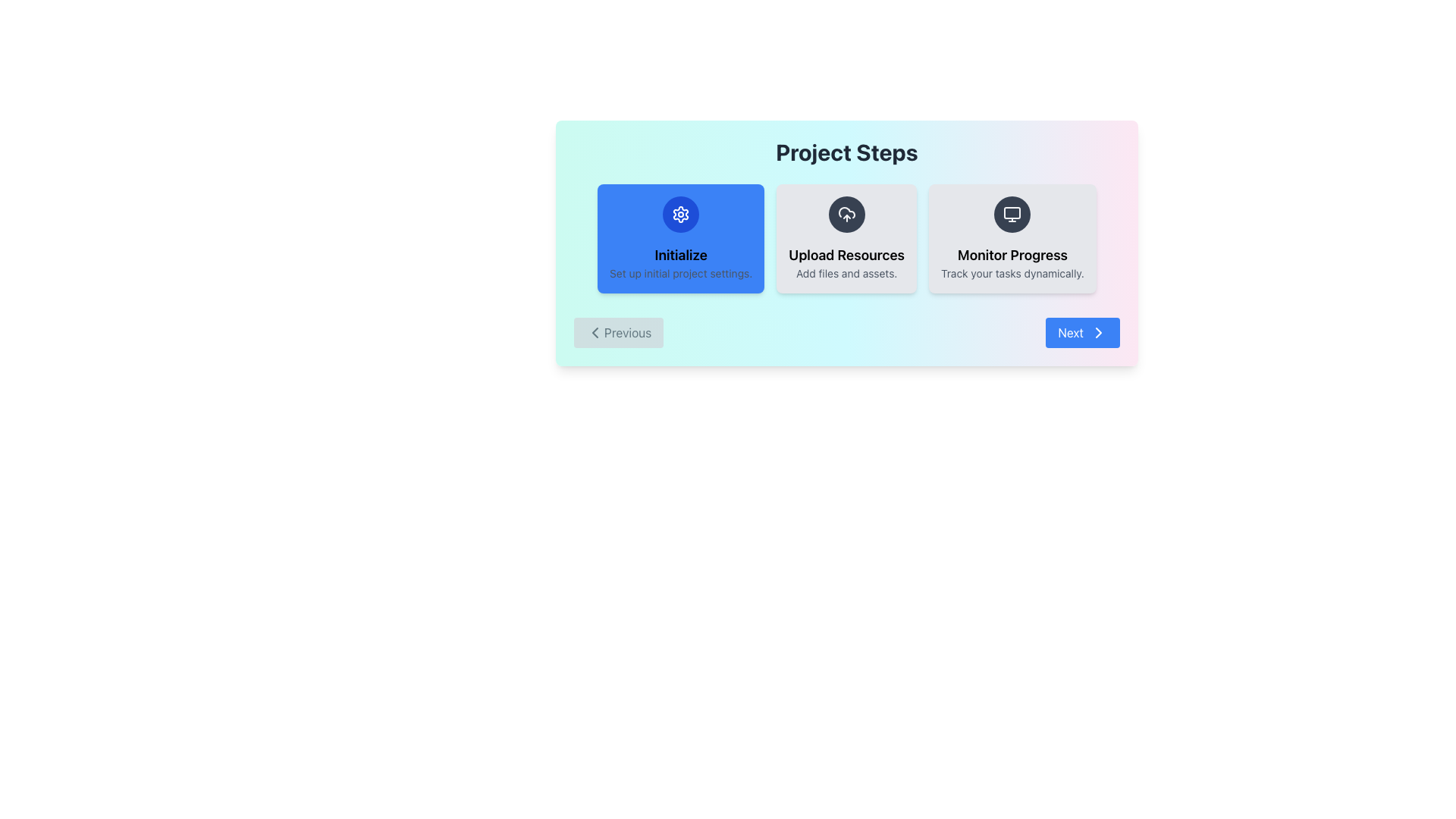 The width and height of the screenshot is (1456, 819). Describe the element at coordinates (1012, 214) in the screenshot. I see `the SVG icon resembling a computer monitor, which is centered within a dark gray circular background, located in the third card under the text 'Monitor Progress'` at that location.